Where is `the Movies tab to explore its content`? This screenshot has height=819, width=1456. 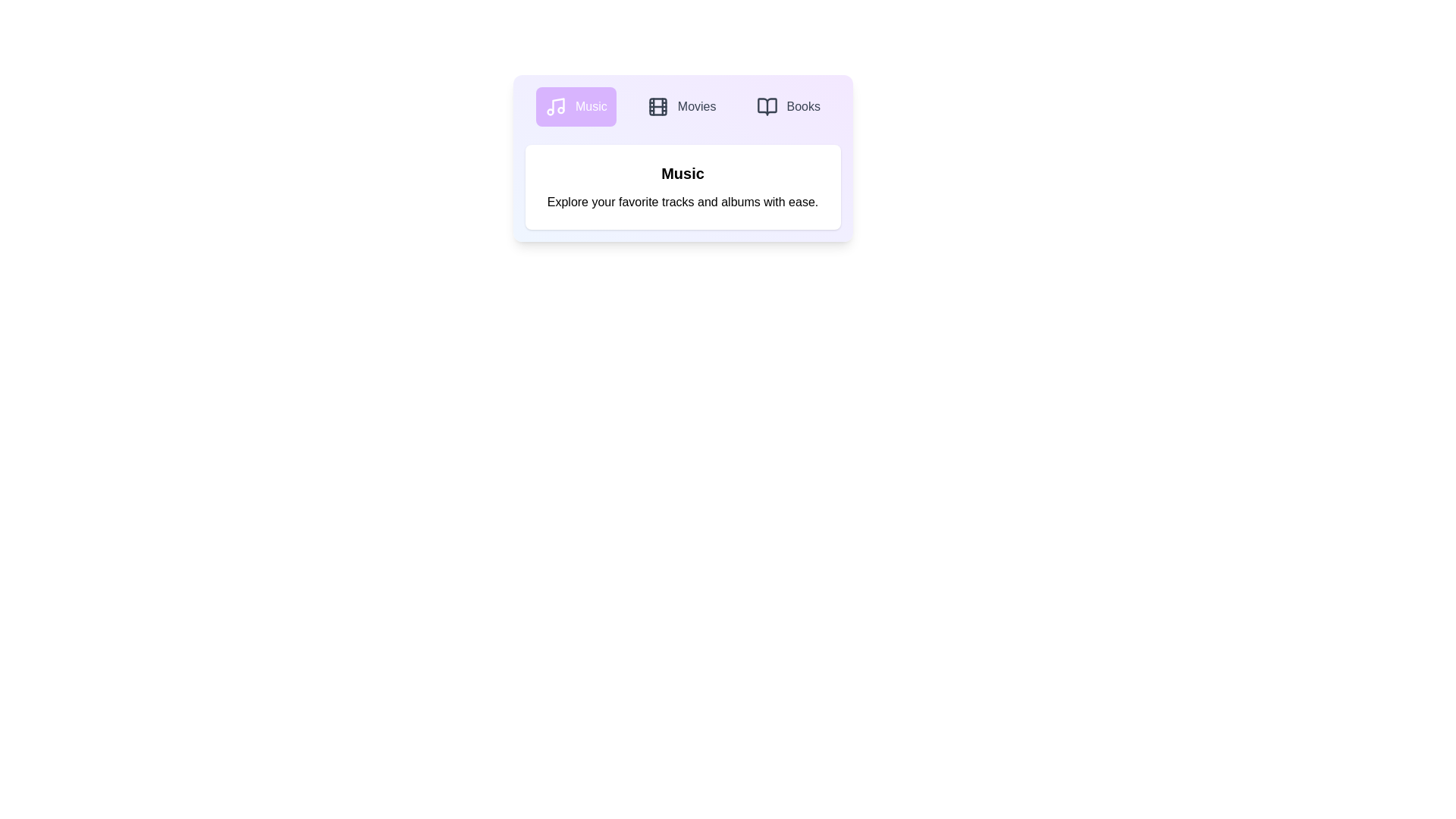 the Movies tab to explore its content is located at coordinates (680, 106).